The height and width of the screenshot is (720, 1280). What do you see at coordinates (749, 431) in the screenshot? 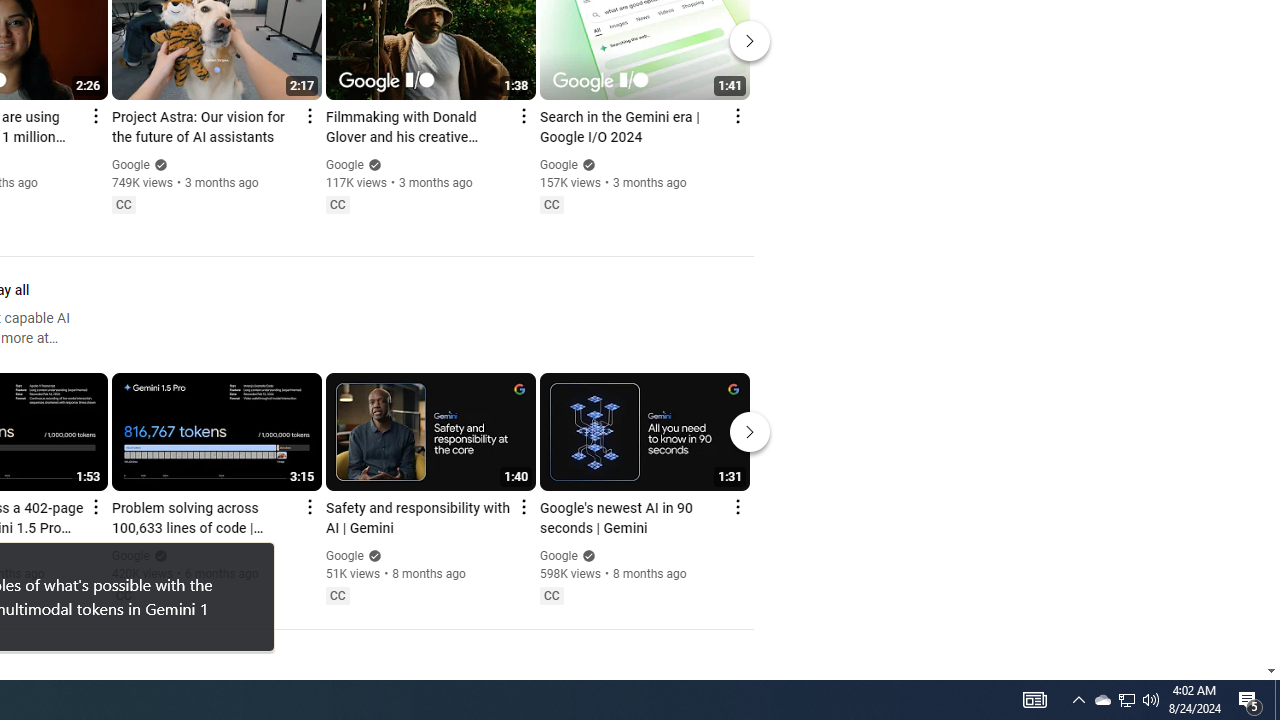
I see `'Next'` at bounding box center [749, 431].